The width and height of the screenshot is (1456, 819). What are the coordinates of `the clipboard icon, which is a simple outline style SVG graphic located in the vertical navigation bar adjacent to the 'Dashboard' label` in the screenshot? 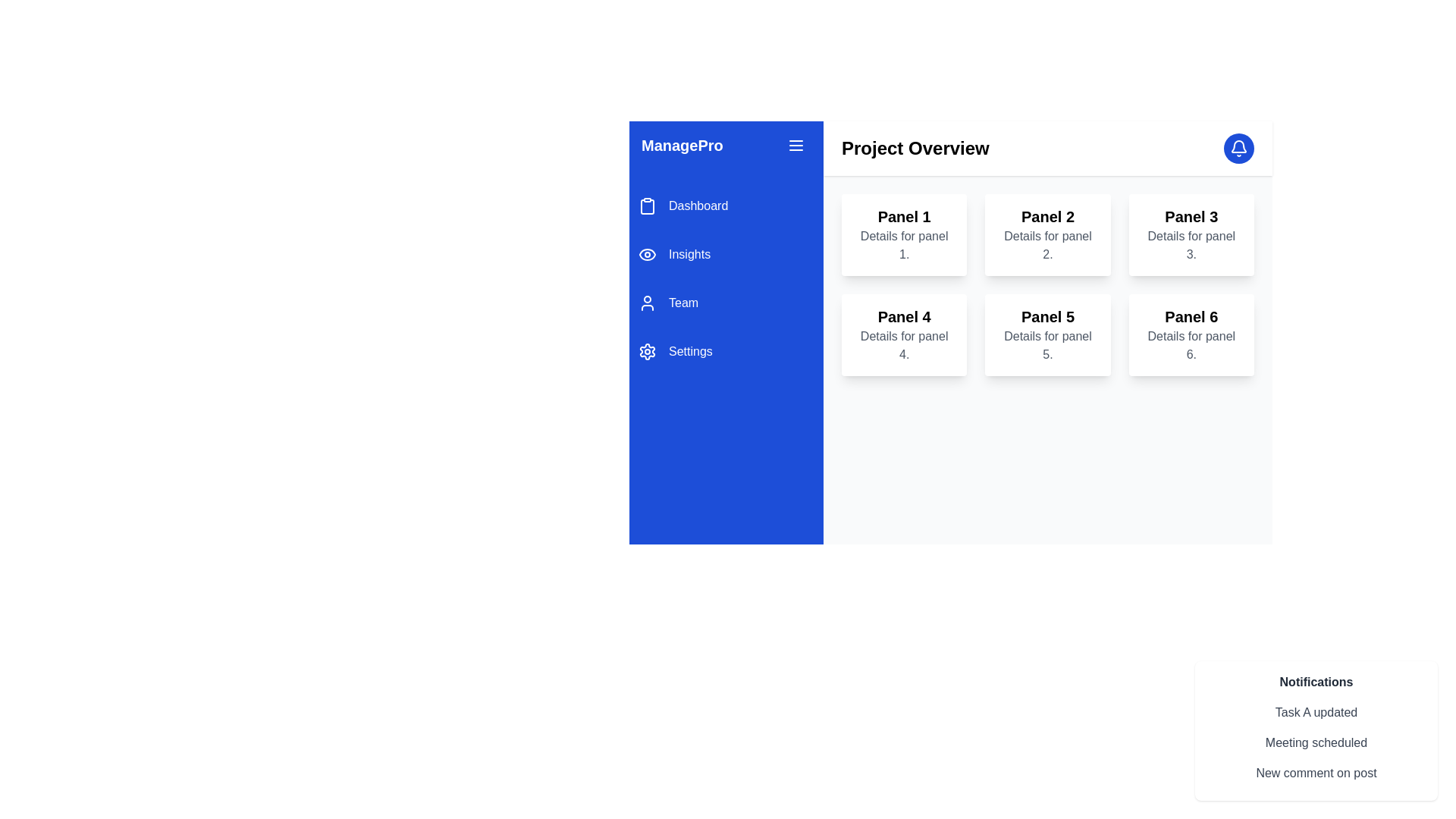 It's located at (648, 206).